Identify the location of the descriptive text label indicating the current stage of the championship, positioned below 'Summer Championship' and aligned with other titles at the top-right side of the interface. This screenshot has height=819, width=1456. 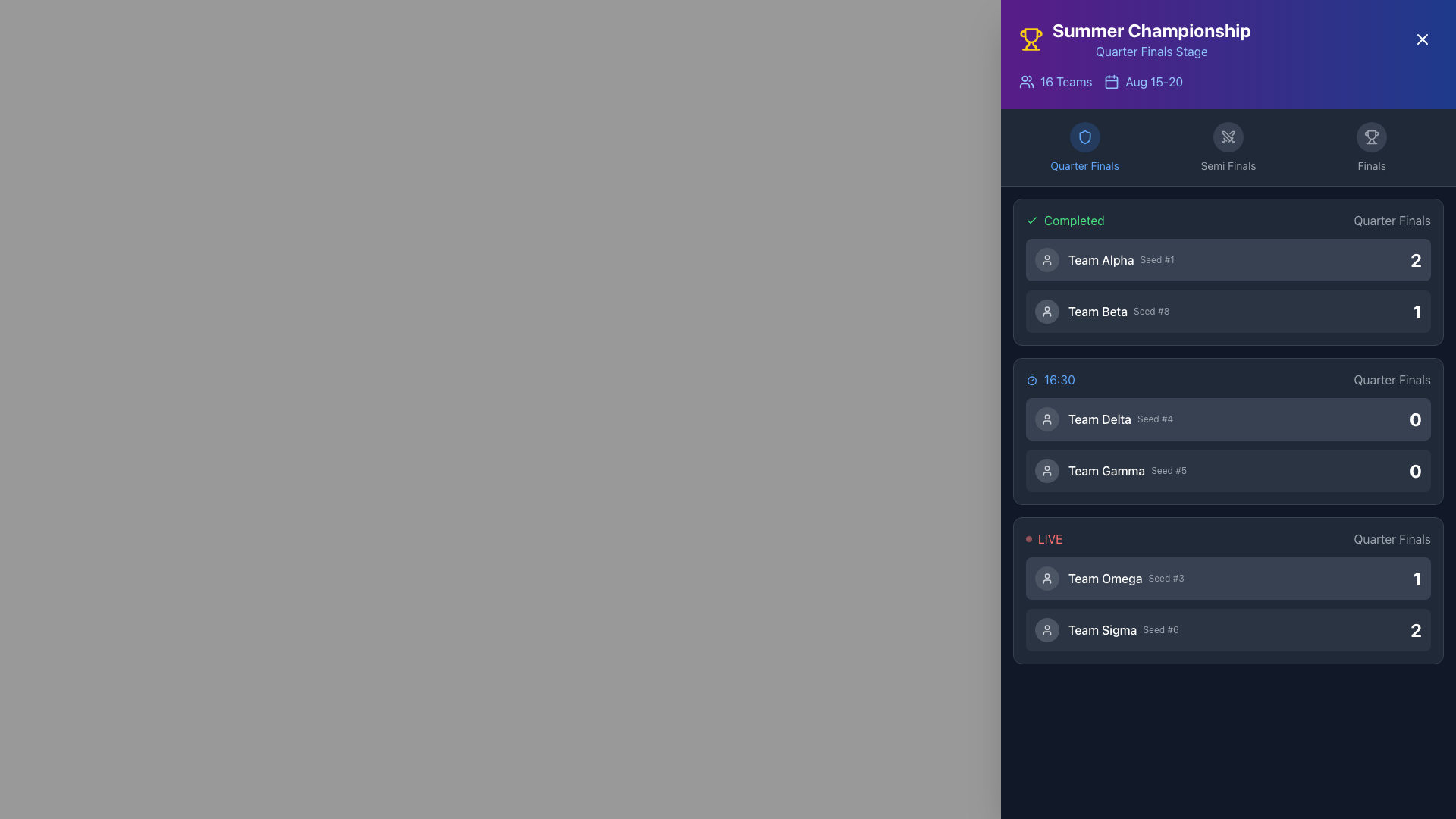
(1151, 51).